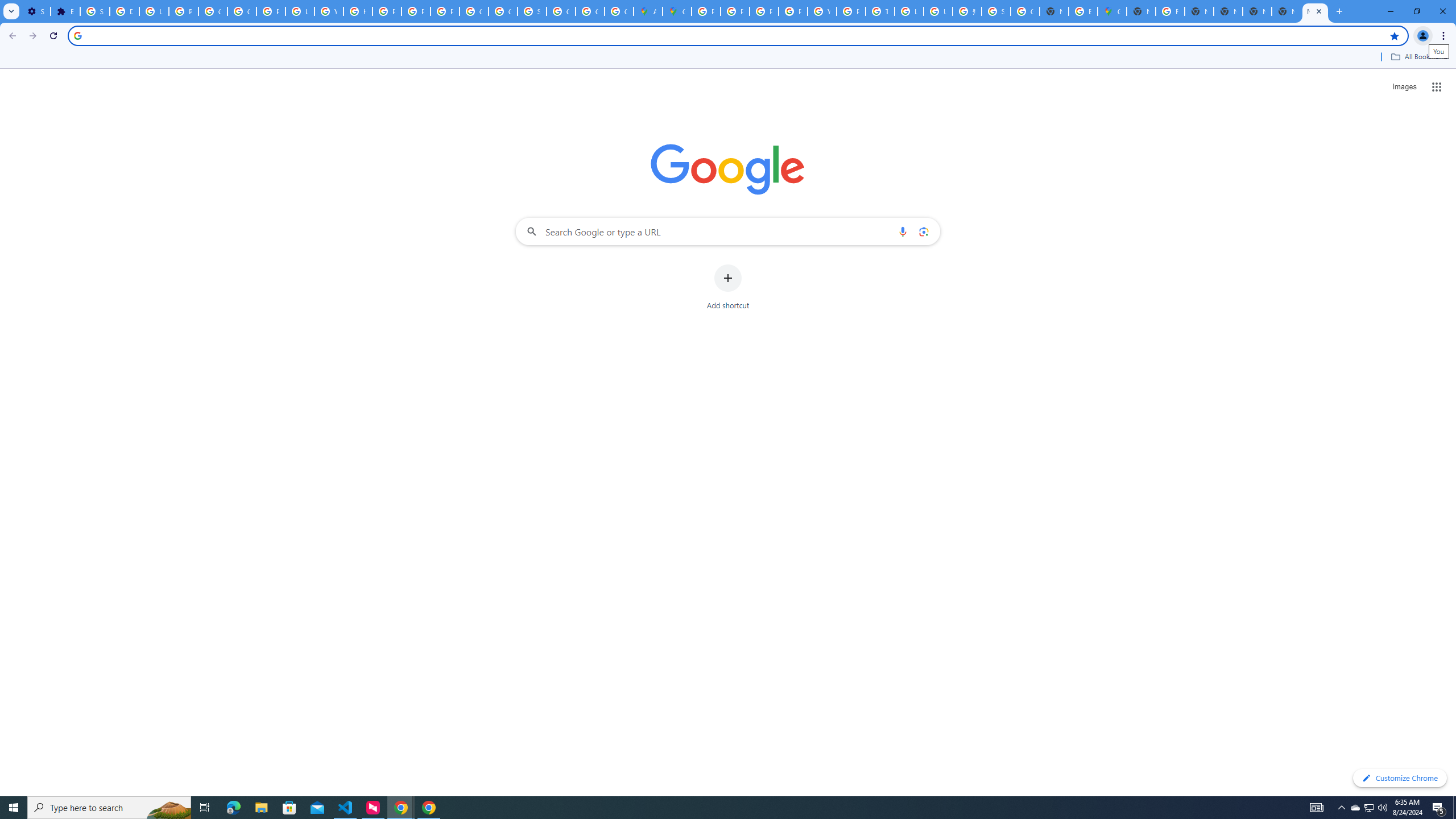 The height and width of the screenshot is (819, 1456). What do you see at coordinates (705, 11) in the screenshot?
I see `'Policy Accountability and Transparency - Transparency Center'` at bounding box center [705, 11].